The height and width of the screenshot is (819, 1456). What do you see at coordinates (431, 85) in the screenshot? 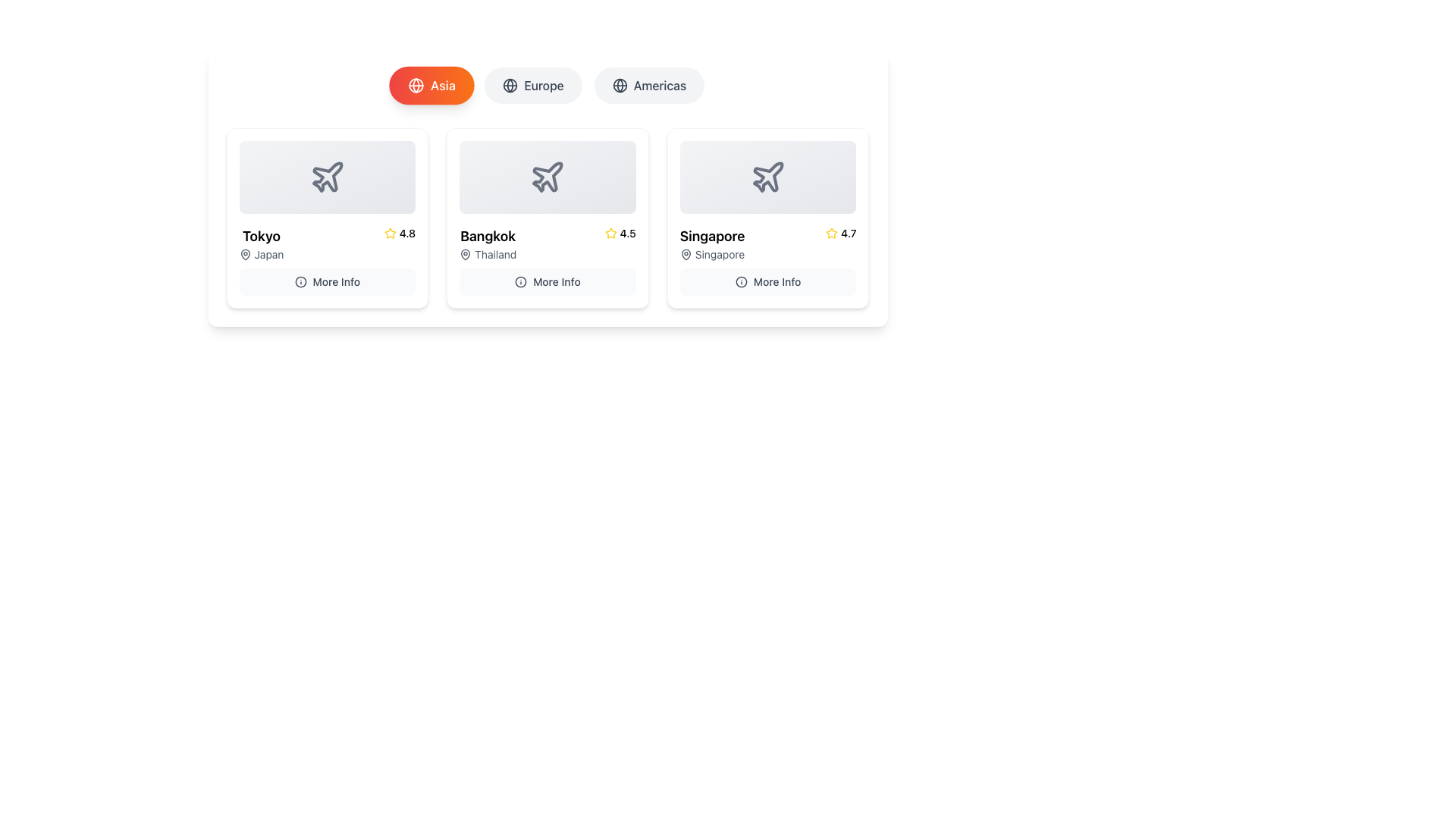
I see `the 'Asia' button, which is the first in a row of three buttons at the top of the section` at bounding box center [431, 85].